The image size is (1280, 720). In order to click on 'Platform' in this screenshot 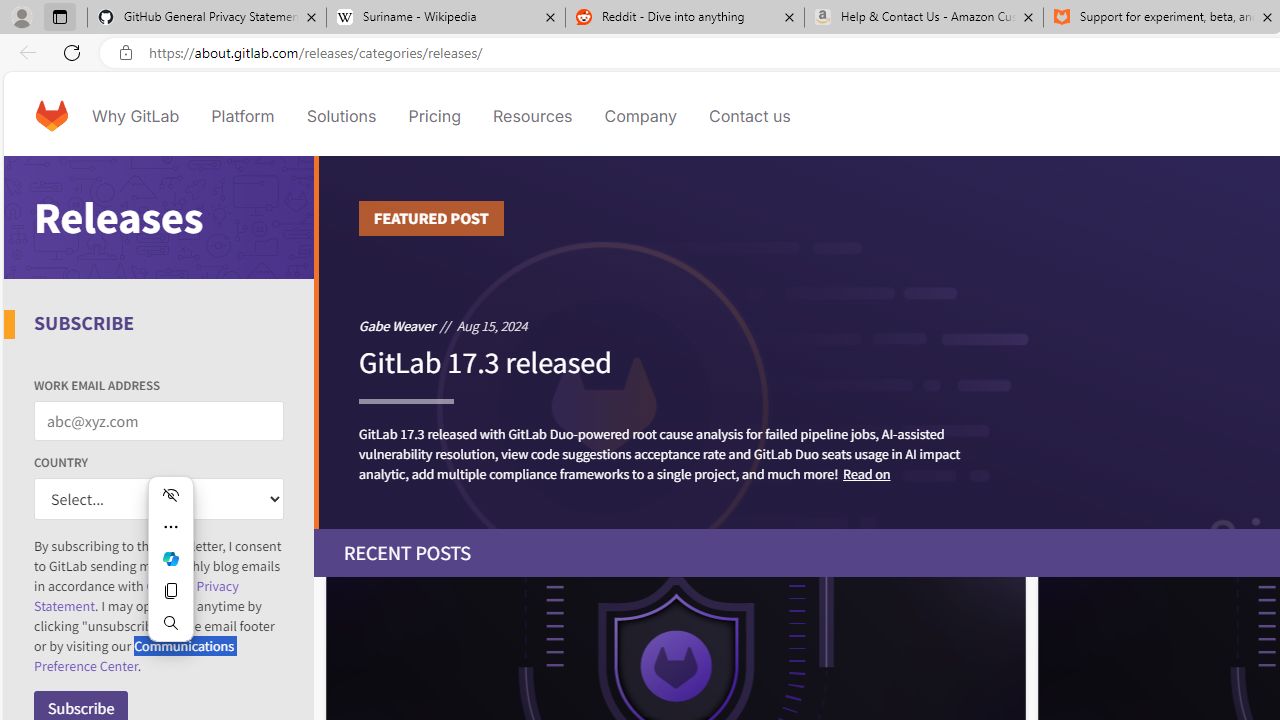, I will do `click(242, 115)`.